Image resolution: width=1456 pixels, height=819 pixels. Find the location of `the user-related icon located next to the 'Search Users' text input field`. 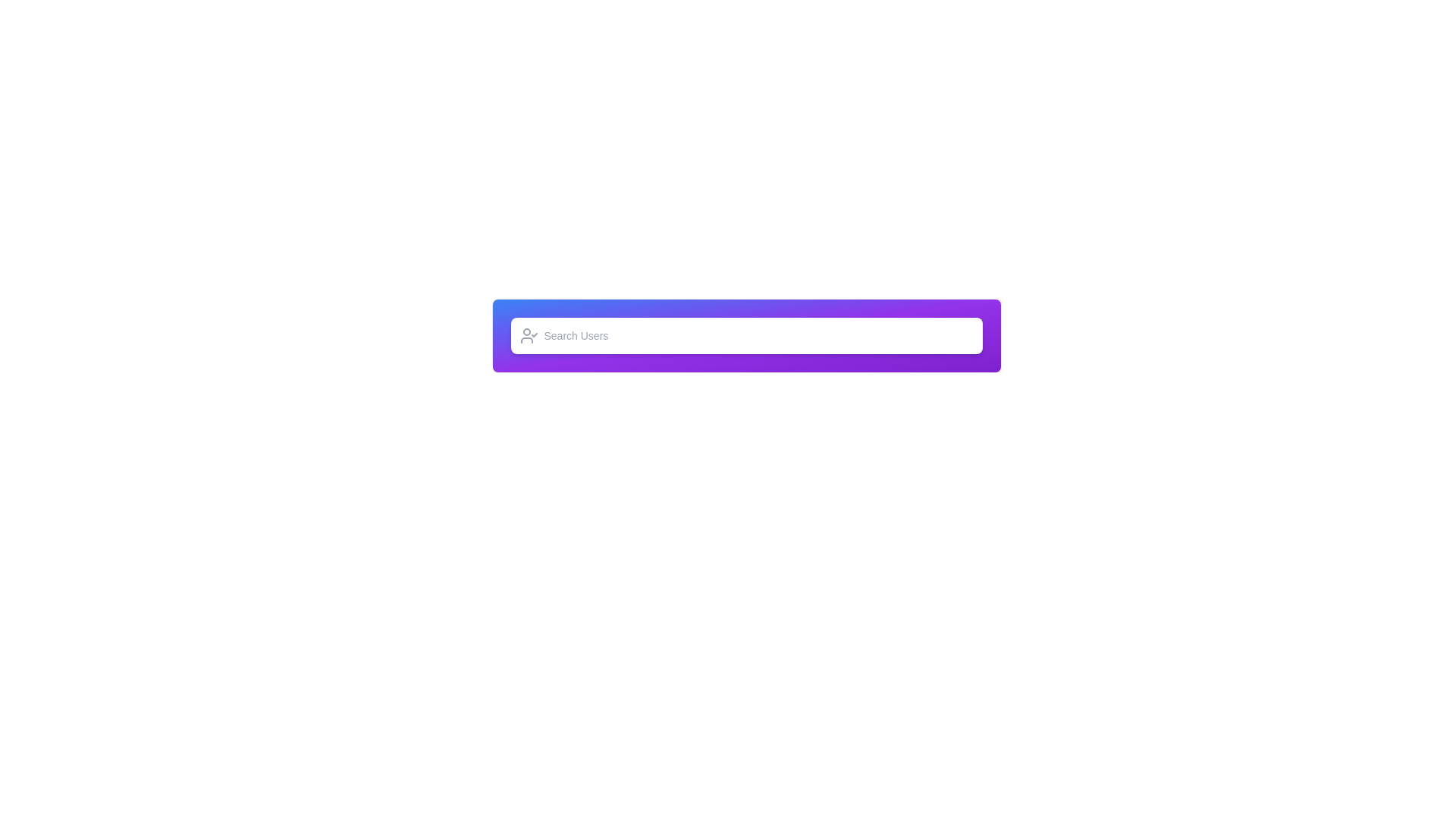

the user-related icon located next to the 'Search Users' text input field is located at coordinates (529, 335).